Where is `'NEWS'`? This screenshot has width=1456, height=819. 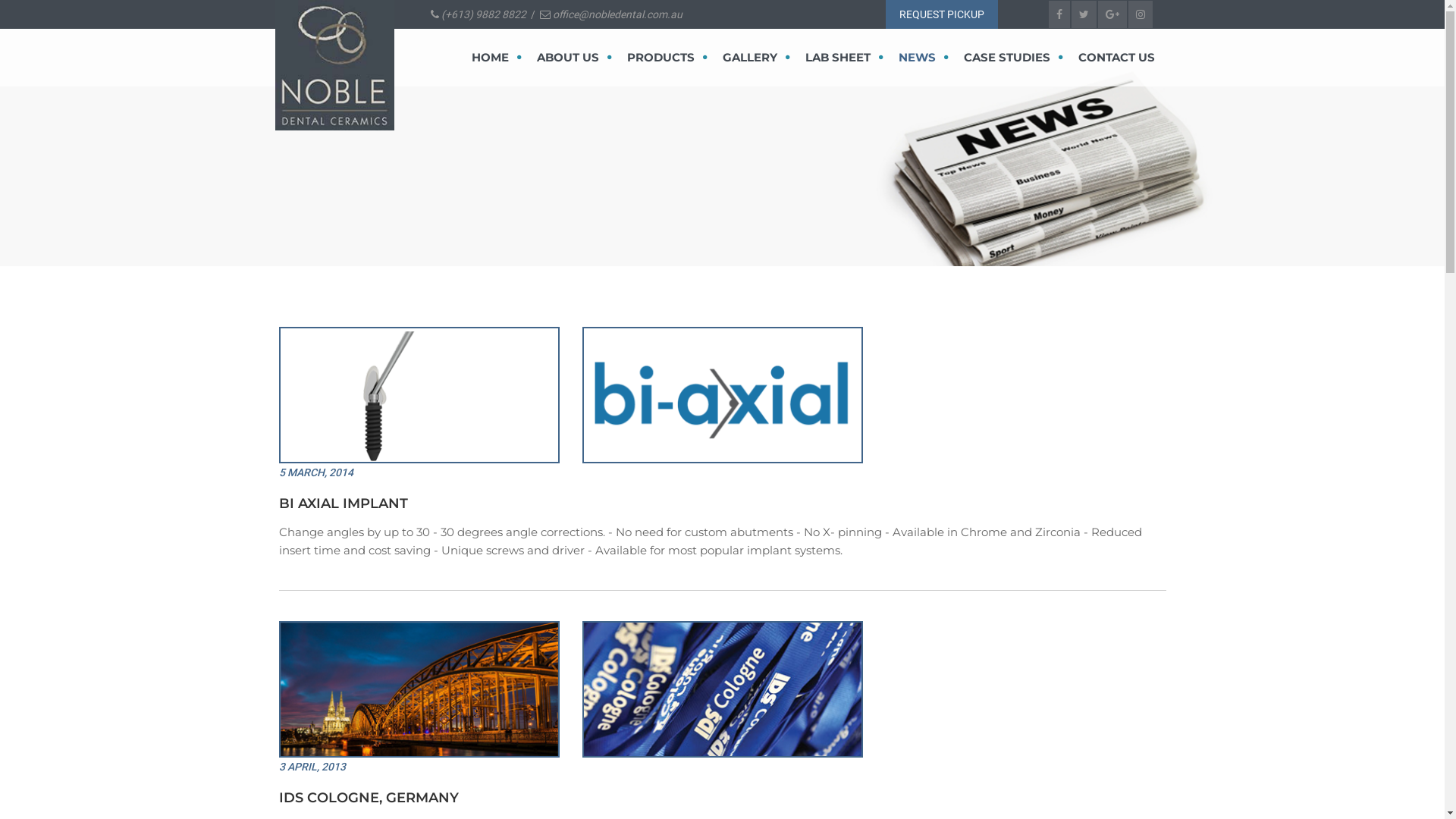
'NEWS' is located at coordinates (922, 57).